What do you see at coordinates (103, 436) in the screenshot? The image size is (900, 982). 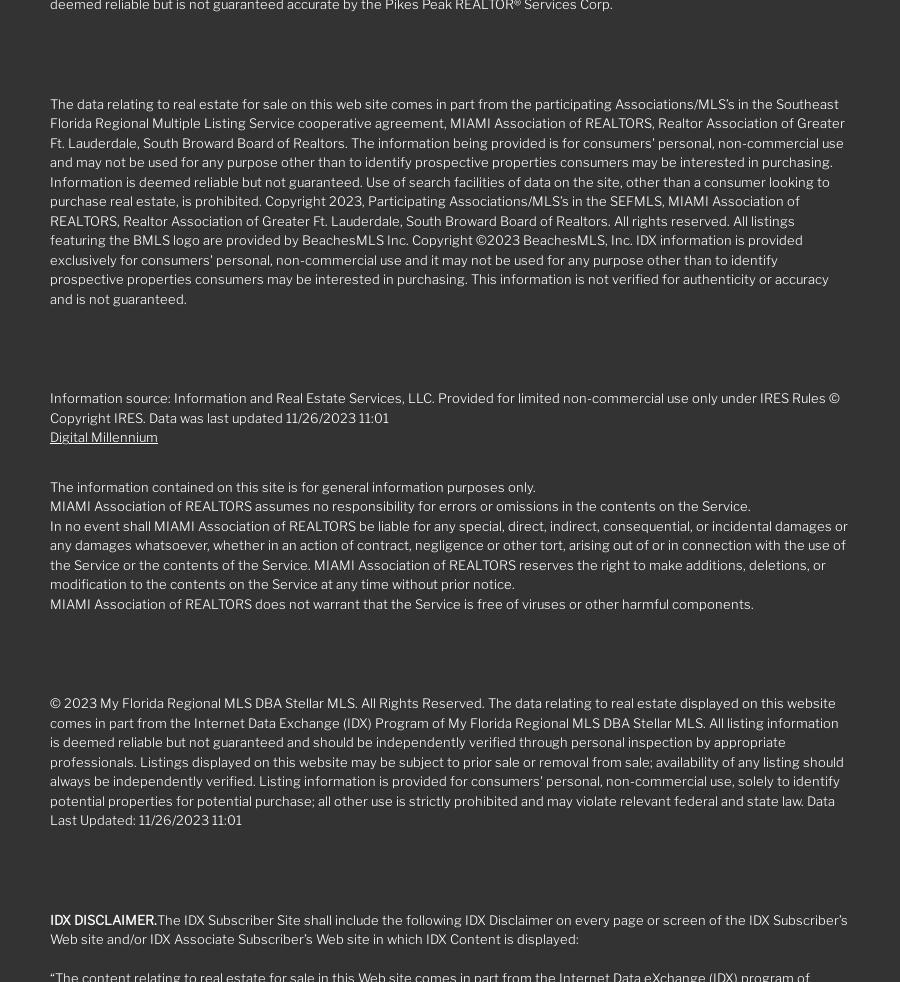 I see `'Digital Millennium'` at bounding box center [103, 436].